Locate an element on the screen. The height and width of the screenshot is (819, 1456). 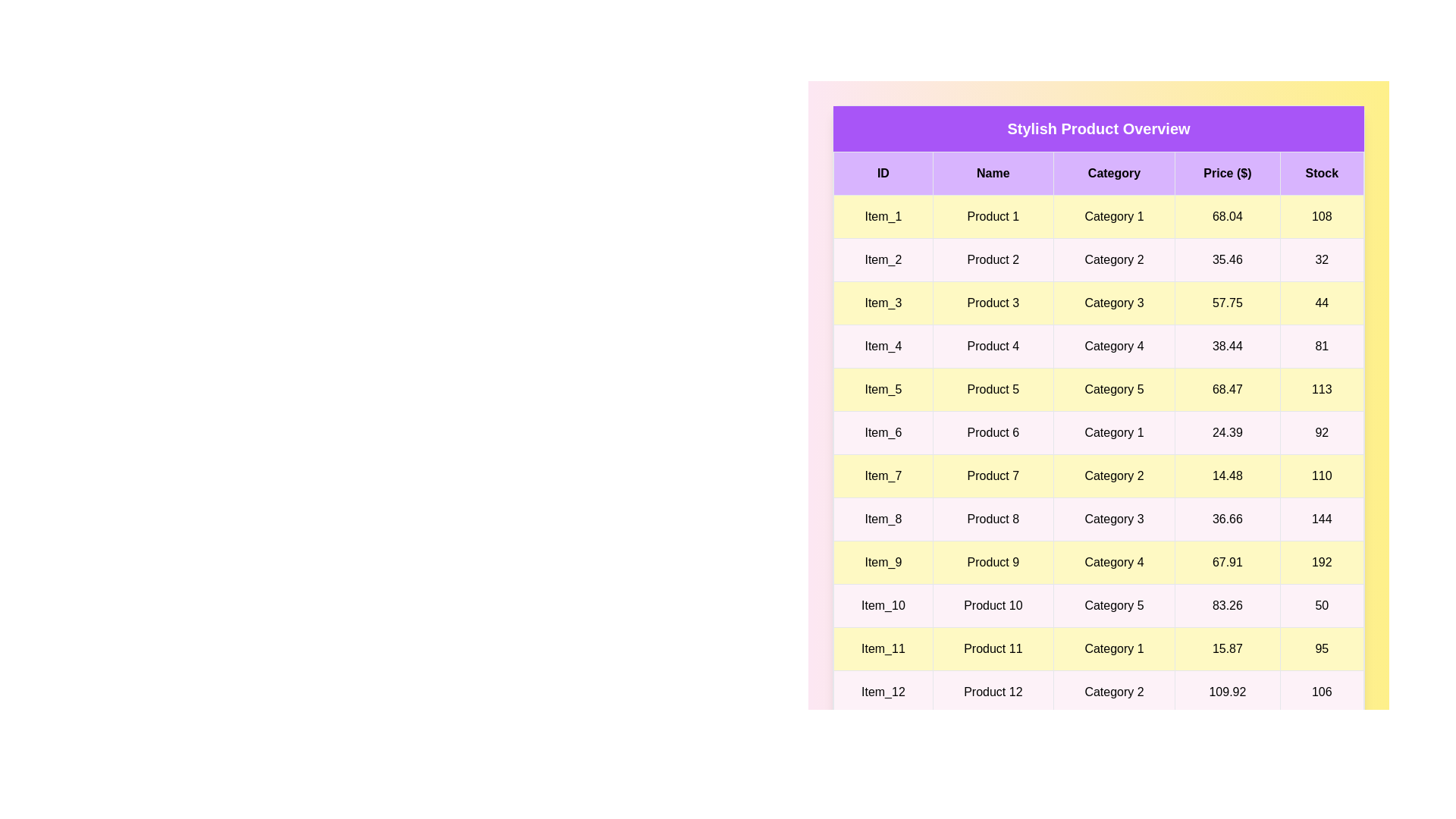
the column header ID to sort the table by that column is located at coordinates (883, 172).